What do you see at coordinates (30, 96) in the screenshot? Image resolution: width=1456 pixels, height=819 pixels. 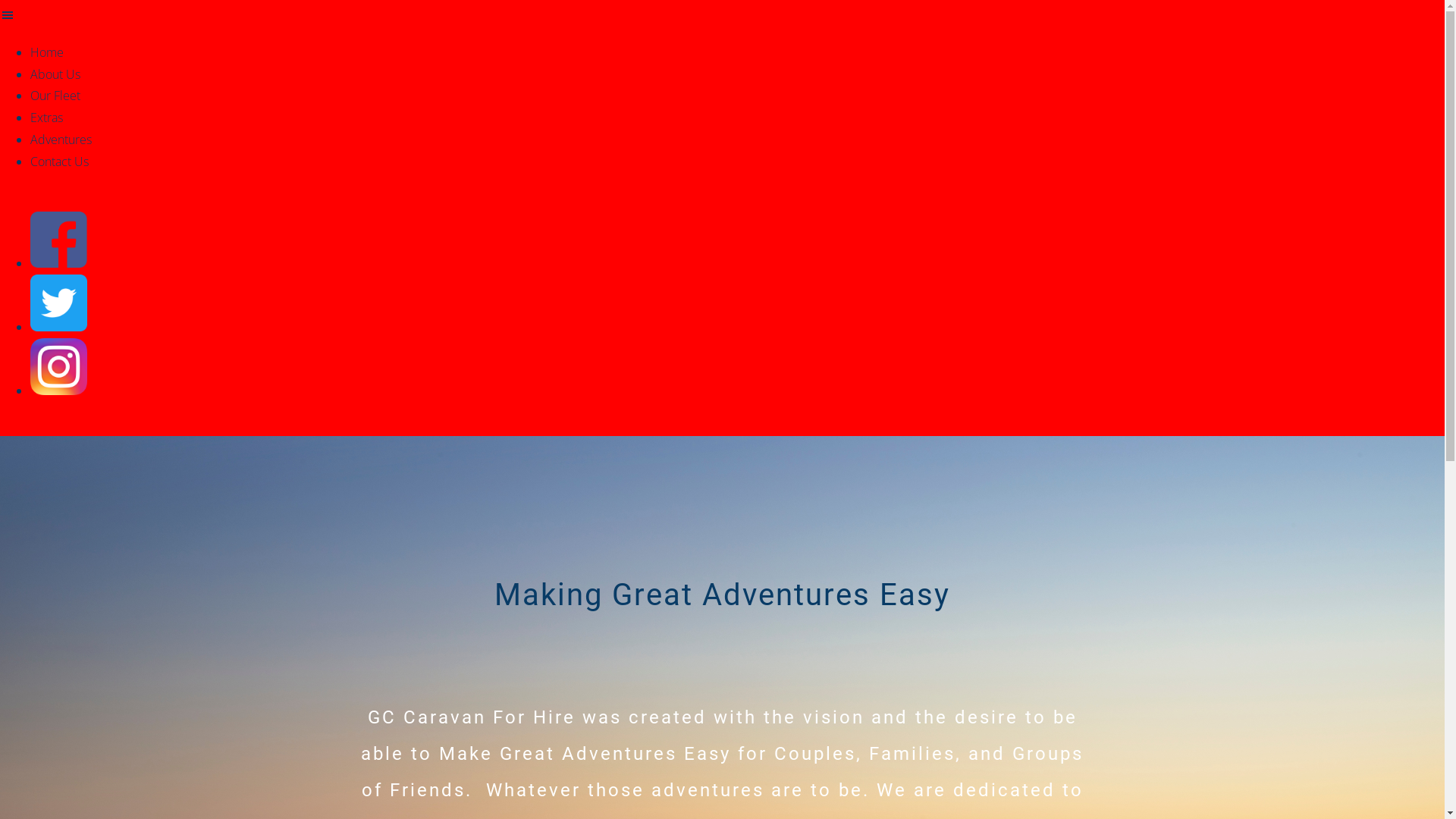 I see `'Our Fleet'` at bounding box center [30, 96].